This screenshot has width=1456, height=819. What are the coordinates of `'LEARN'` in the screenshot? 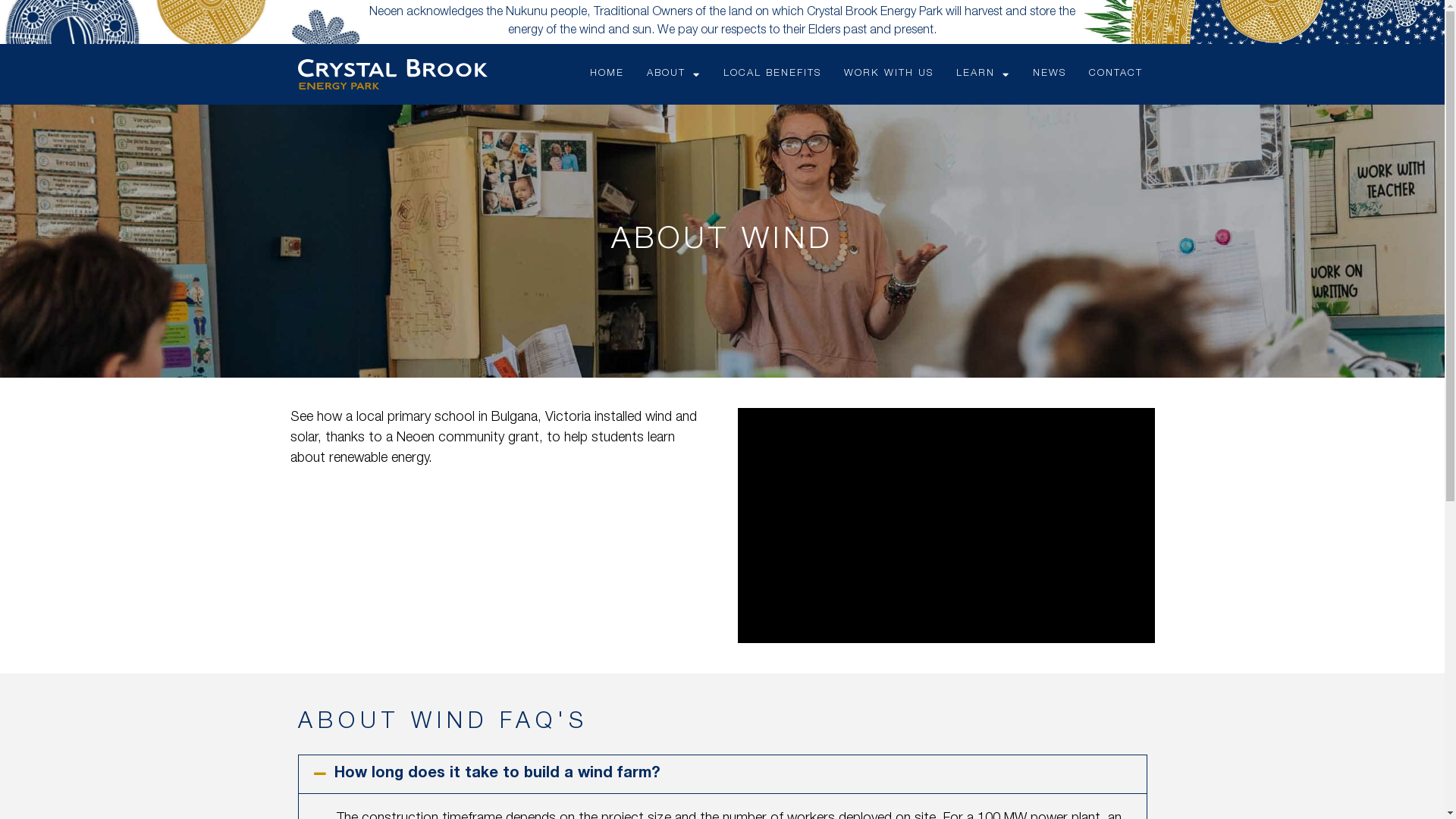 It's located at (983, 74).